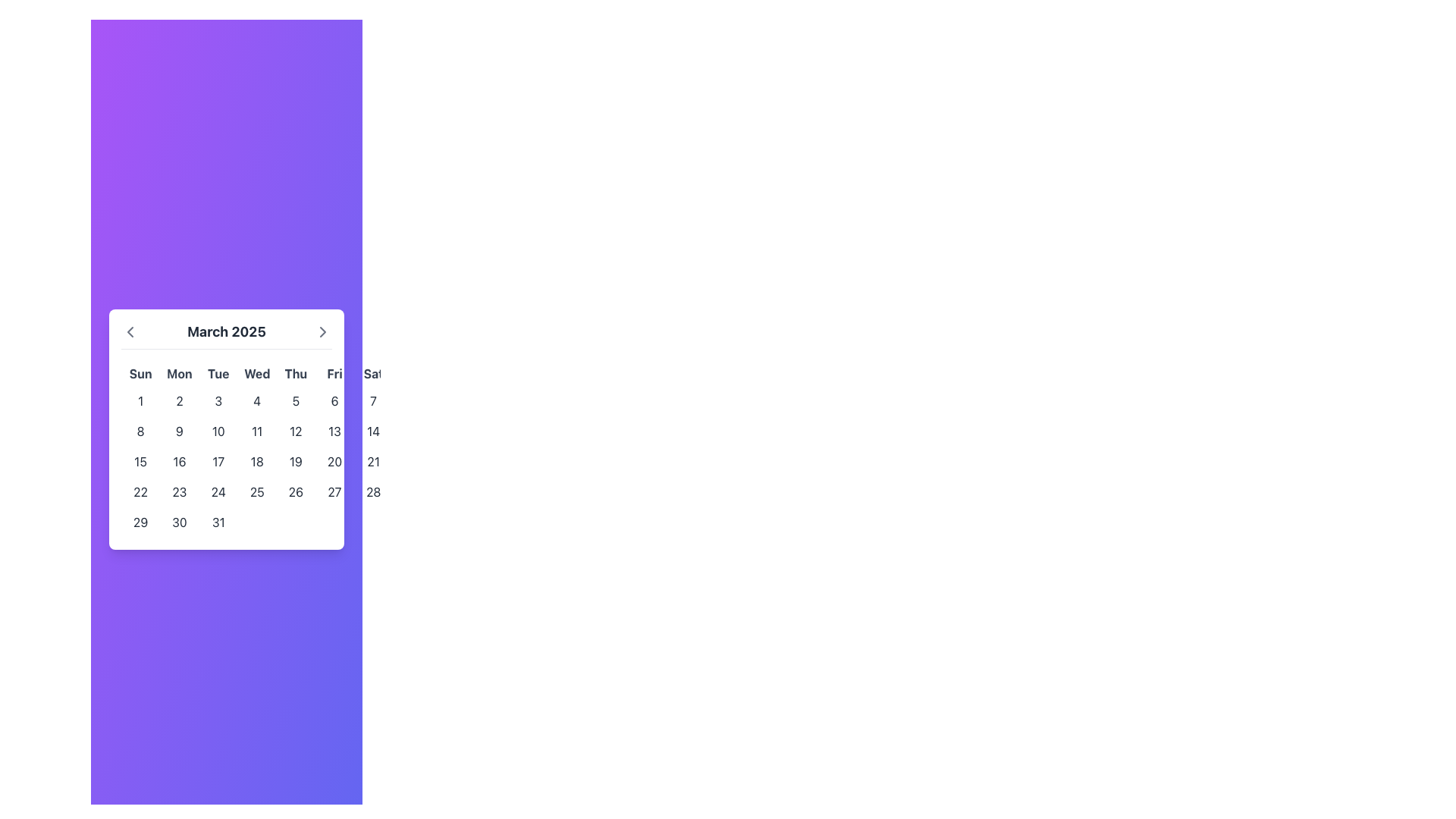 This screenshot has height=819, width=1456. Describe the element at coordinates (218, 431) in the screenshot. I see `the button representing the date '10' in the calendar` at that location.